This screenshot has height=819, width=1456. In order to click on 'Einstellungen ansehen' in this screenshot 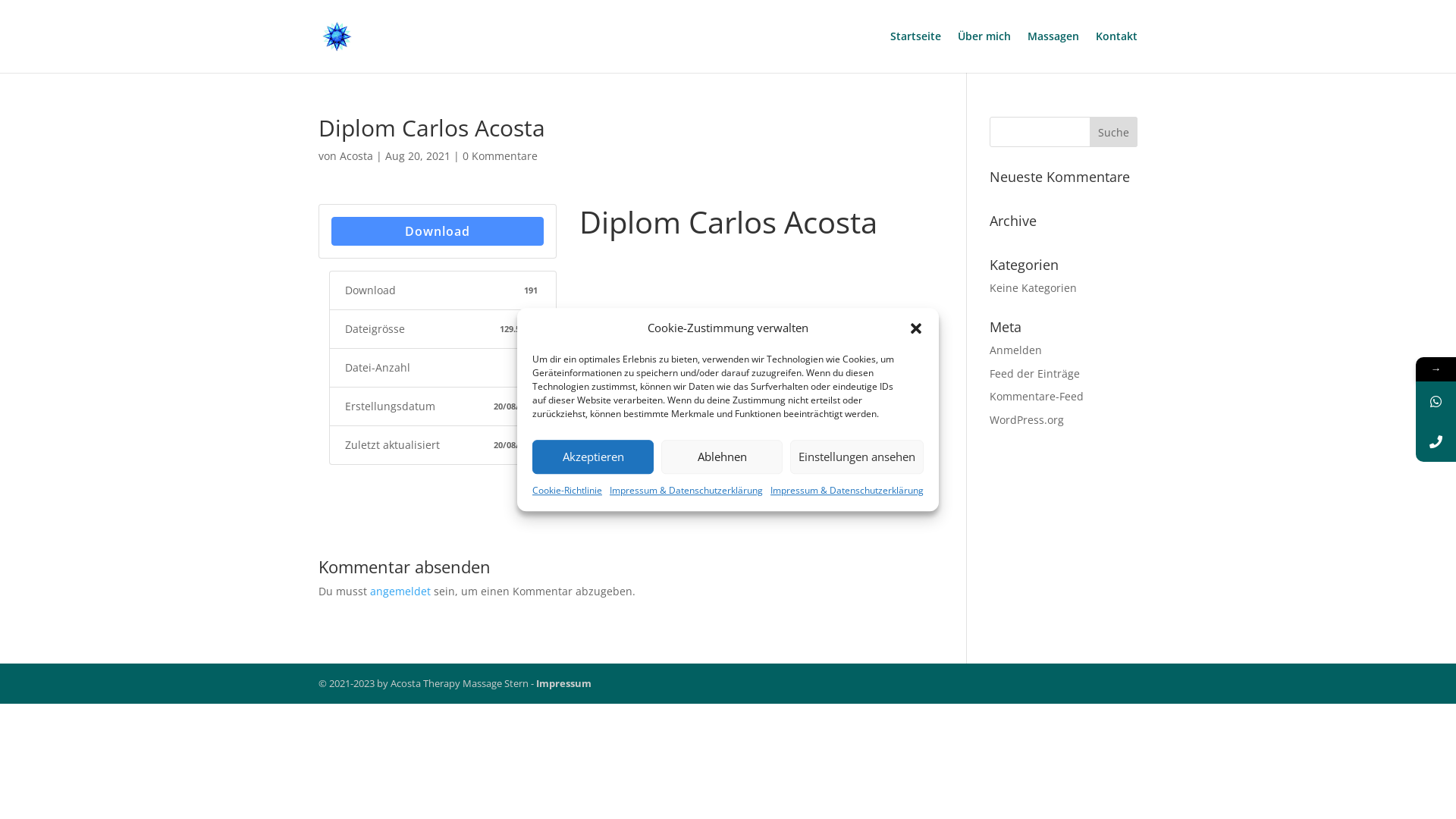, I will do `click(789, 456)`.